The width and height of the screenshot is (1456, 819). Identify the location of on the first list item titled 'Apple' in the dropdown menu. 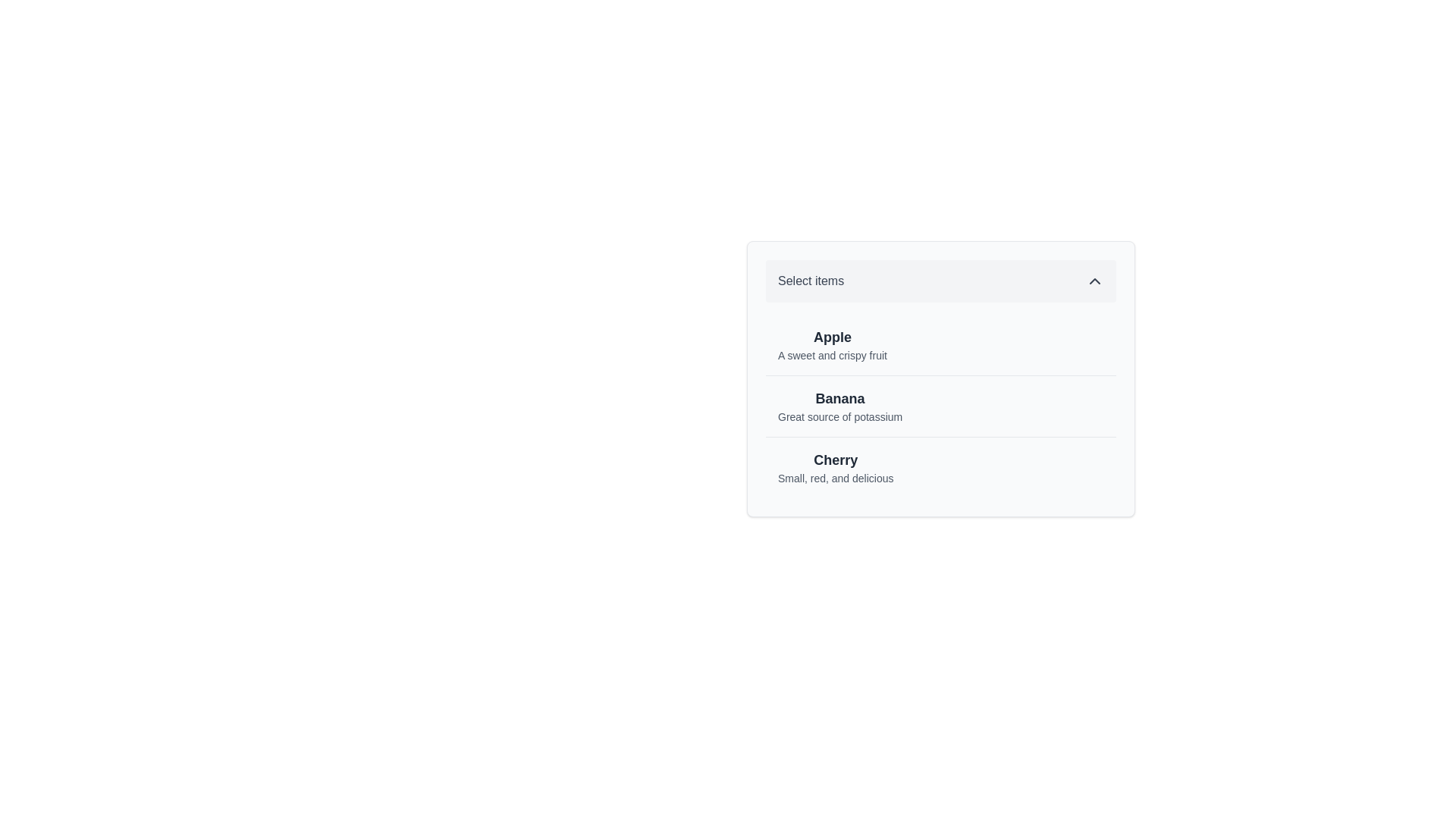
(832, 345).